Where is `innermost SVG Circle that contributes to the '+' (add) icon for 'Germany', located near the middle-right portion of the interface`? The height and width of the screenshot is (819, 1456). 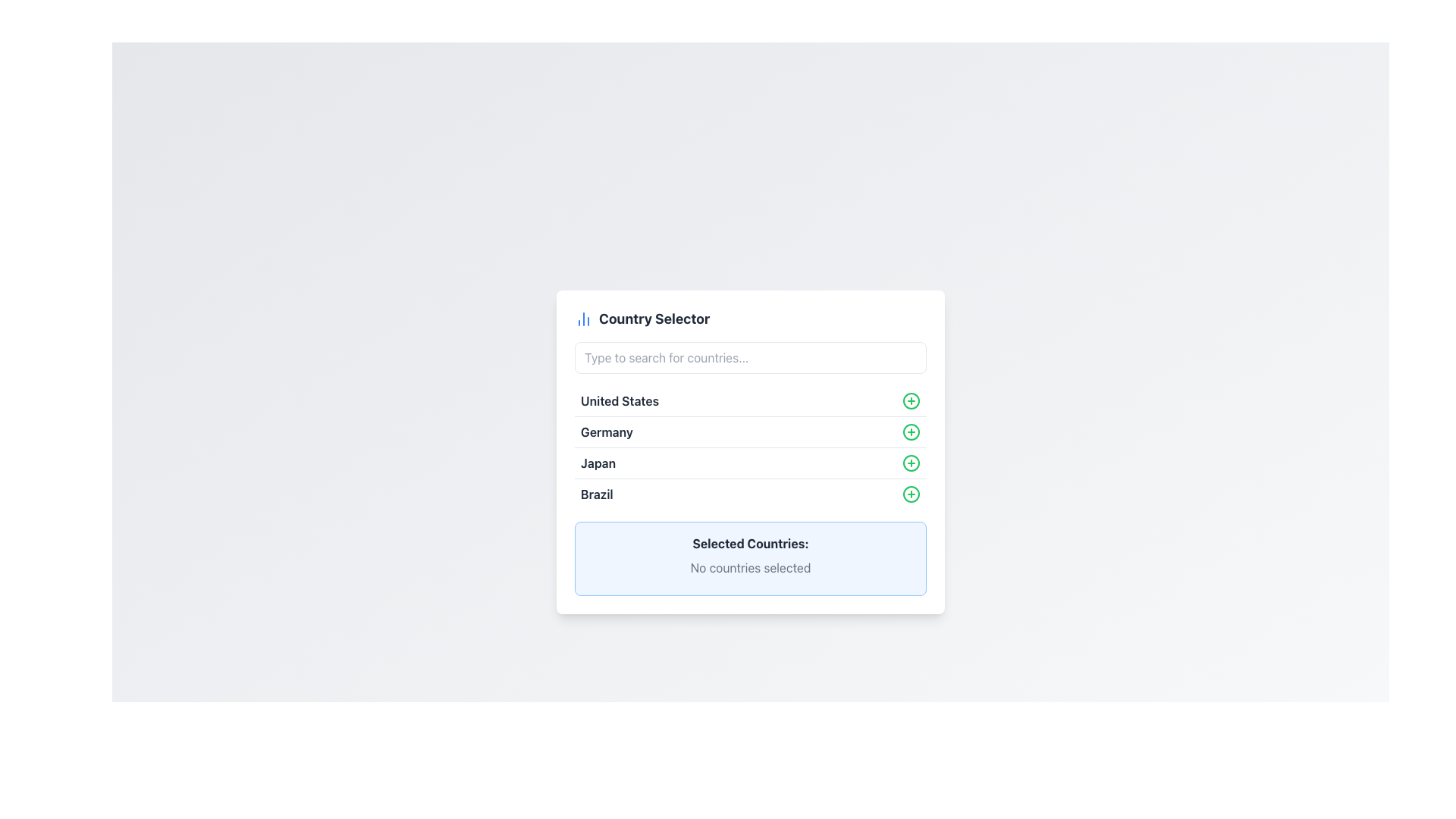 innermost SVG Circle that contributes to the '+' (add) icon for 'Germany', located near the middle-right portion of the interface is located at coordinates (910, 400).